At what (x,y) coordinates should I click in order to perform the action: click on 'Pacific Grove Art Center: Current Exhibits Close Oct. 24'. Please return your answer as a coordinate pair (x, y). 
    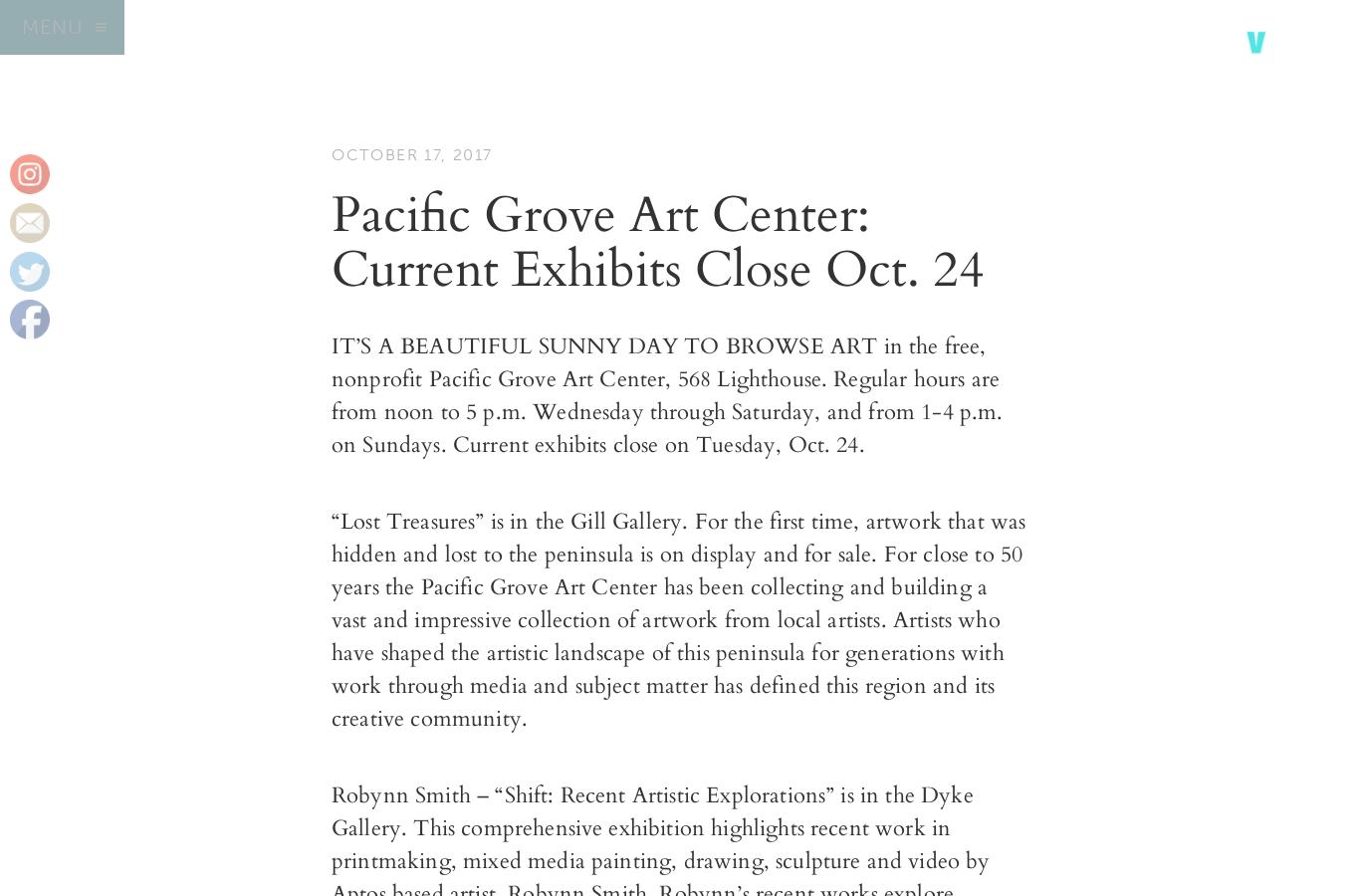
    Looking at the image, I should click on (332, 241).